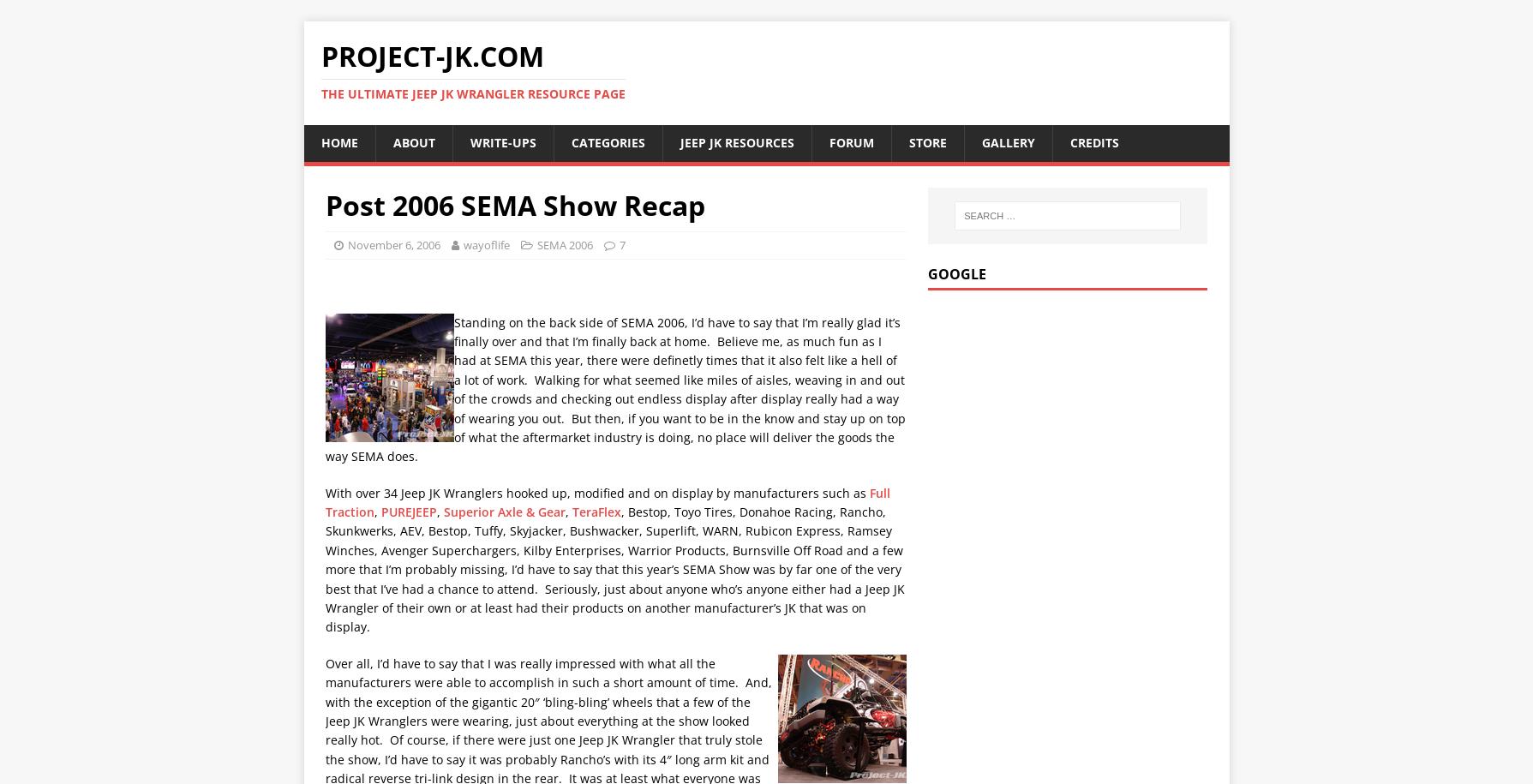 The width and height of the screenshot is (1533, 784). Describe the element at coordinates (430, 55) in the screenshot. I see `'Project-JK.com'` at that location.